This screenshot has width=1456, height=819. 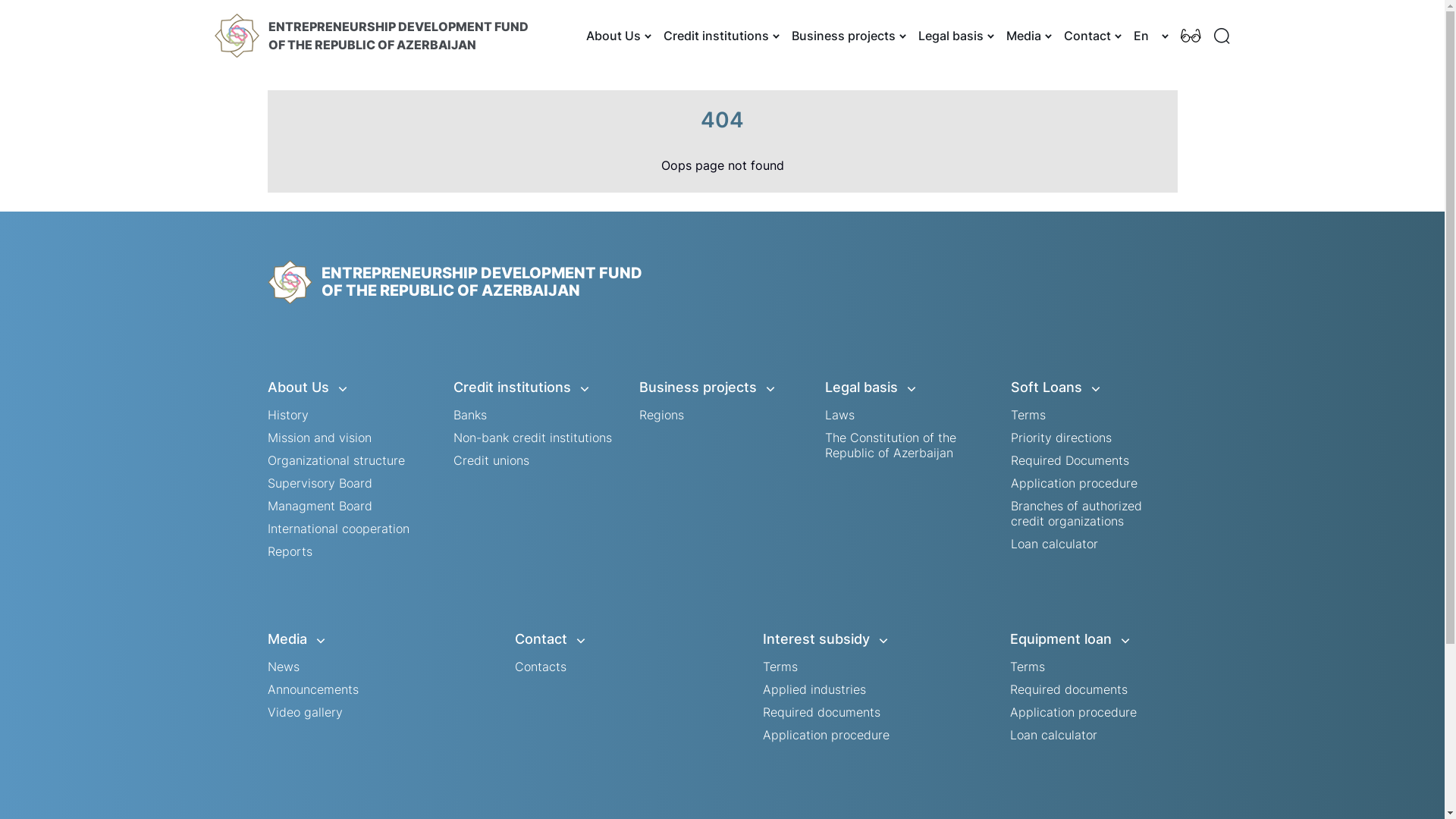 What do you see at coordinates (303, 711) in the screenshot?
I see `'Video gallery'` at bounding box center [303, 711].